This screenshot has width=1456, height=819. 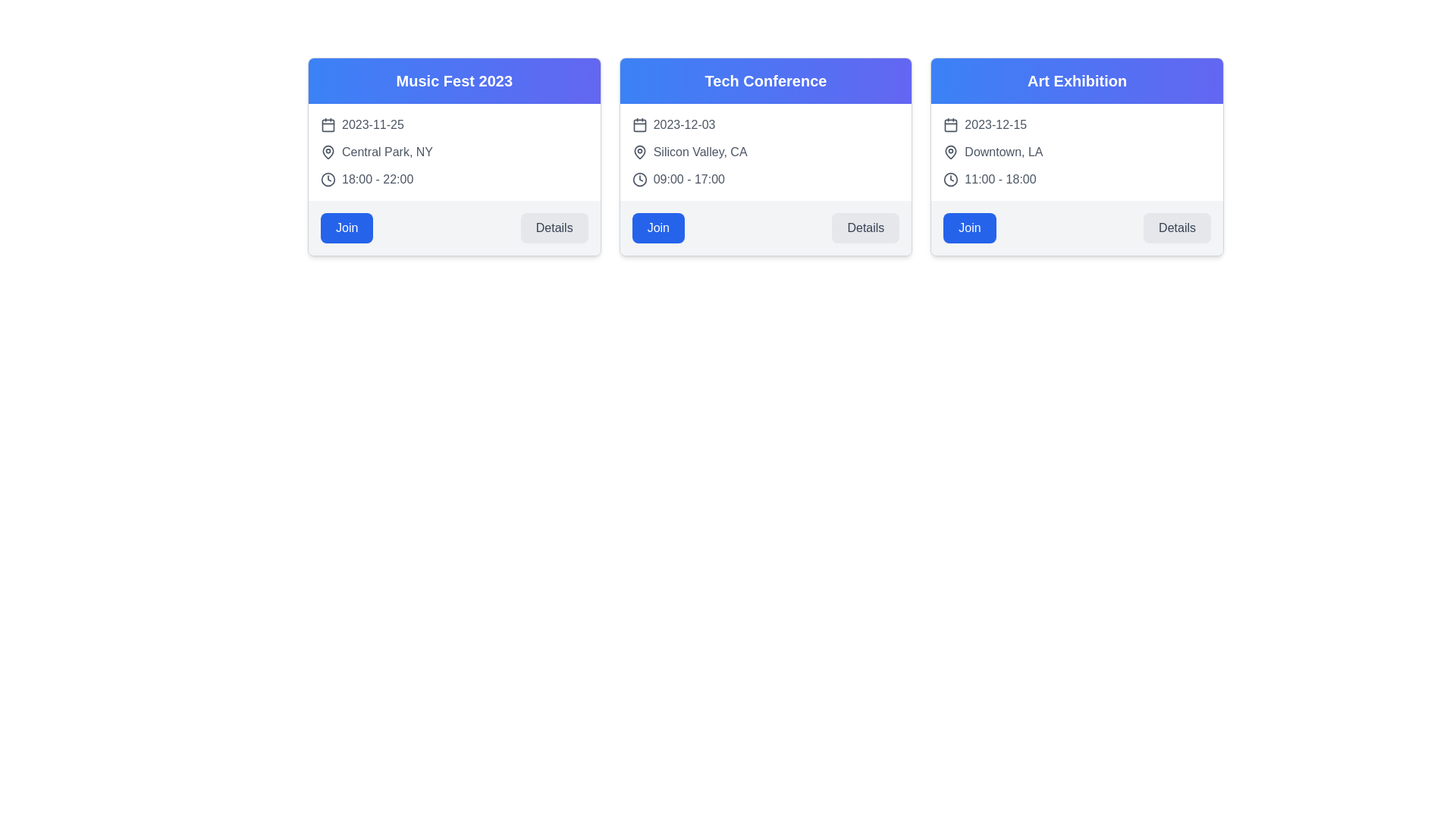 I want to click on the calendar icon located within the 'Art Exhibition' card, positioned near the top left corner, just before the date text '2023-12-15', so click(x=950, y=124).